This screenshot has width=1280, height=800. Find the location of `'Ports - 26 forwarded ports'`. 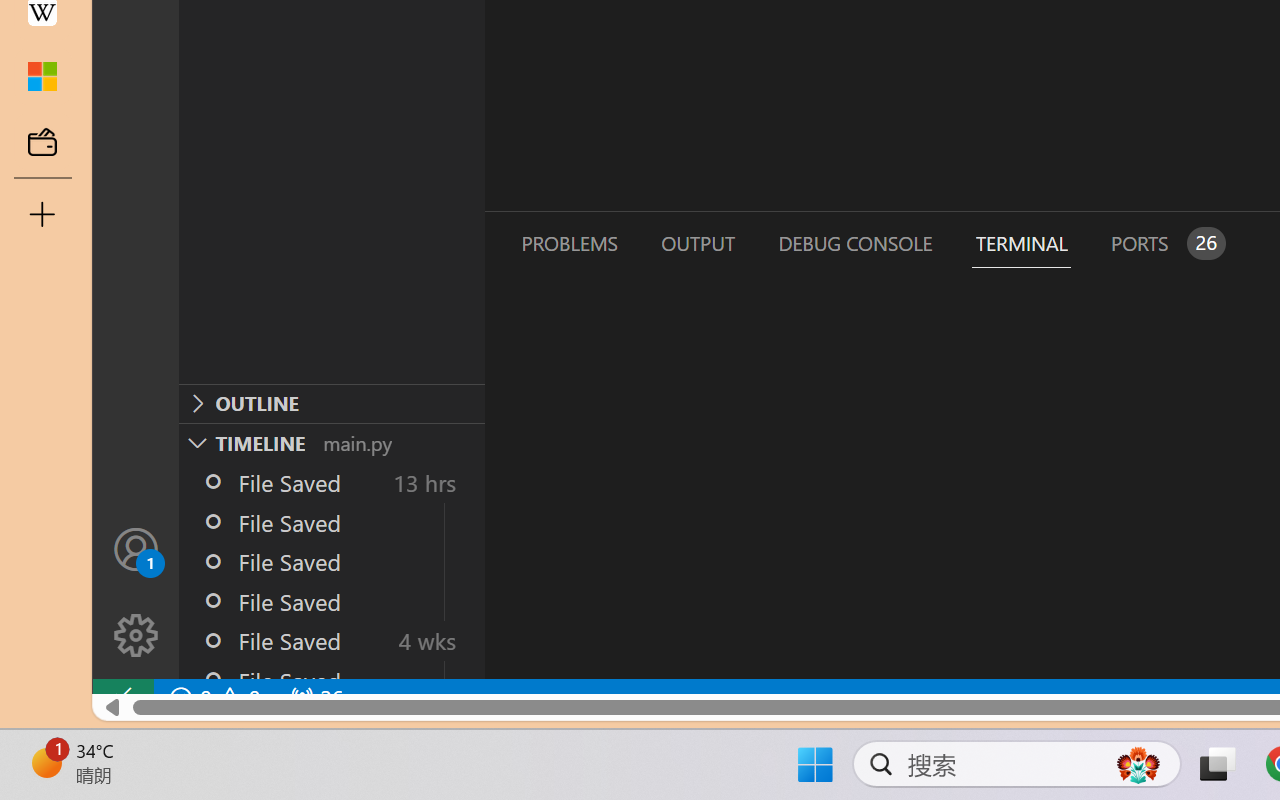

'Ports - 26 forwarded ports' is located at coordinates (1165, 242).